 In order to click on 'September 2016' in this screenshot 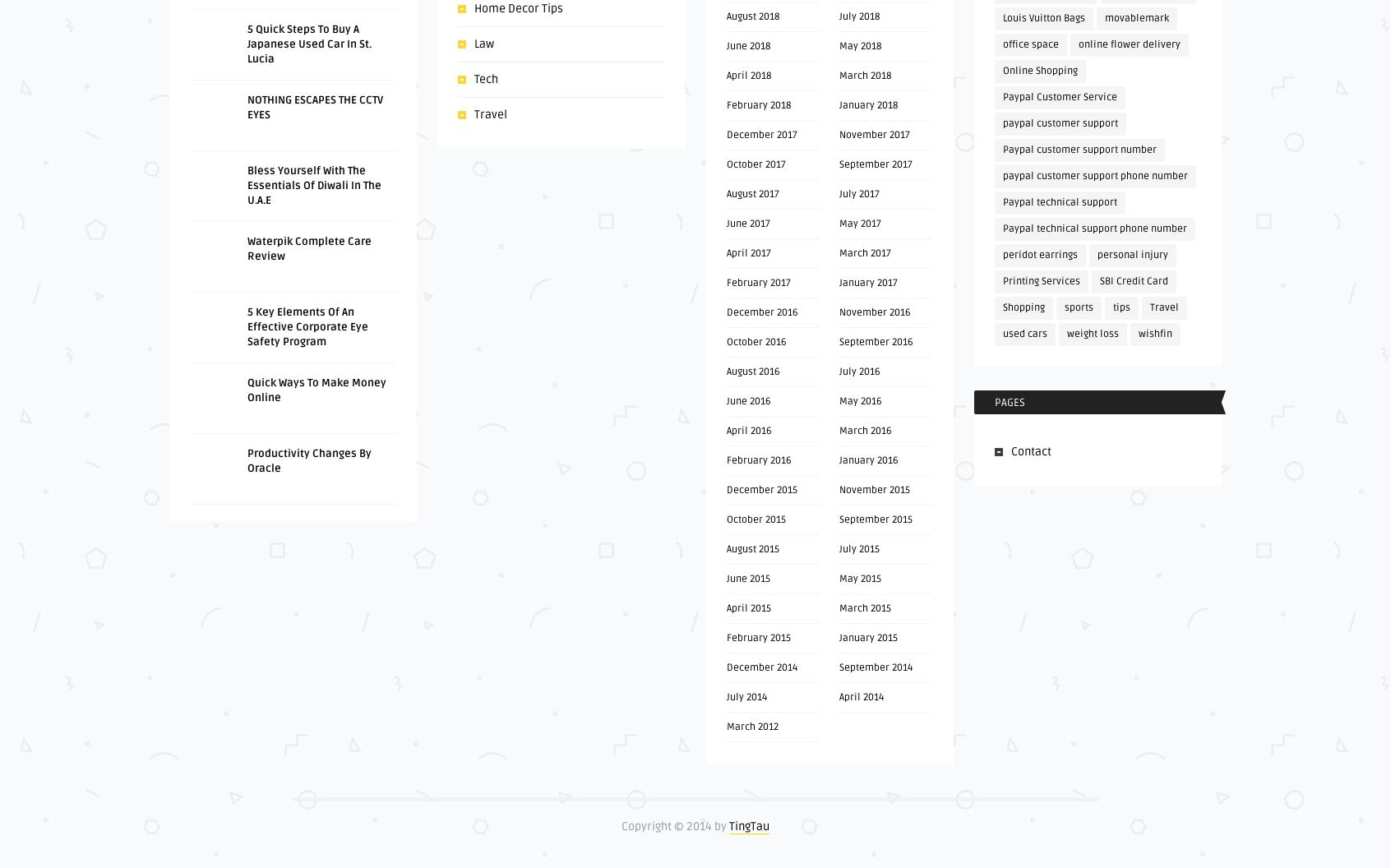, I will do `click(875, 342)`.